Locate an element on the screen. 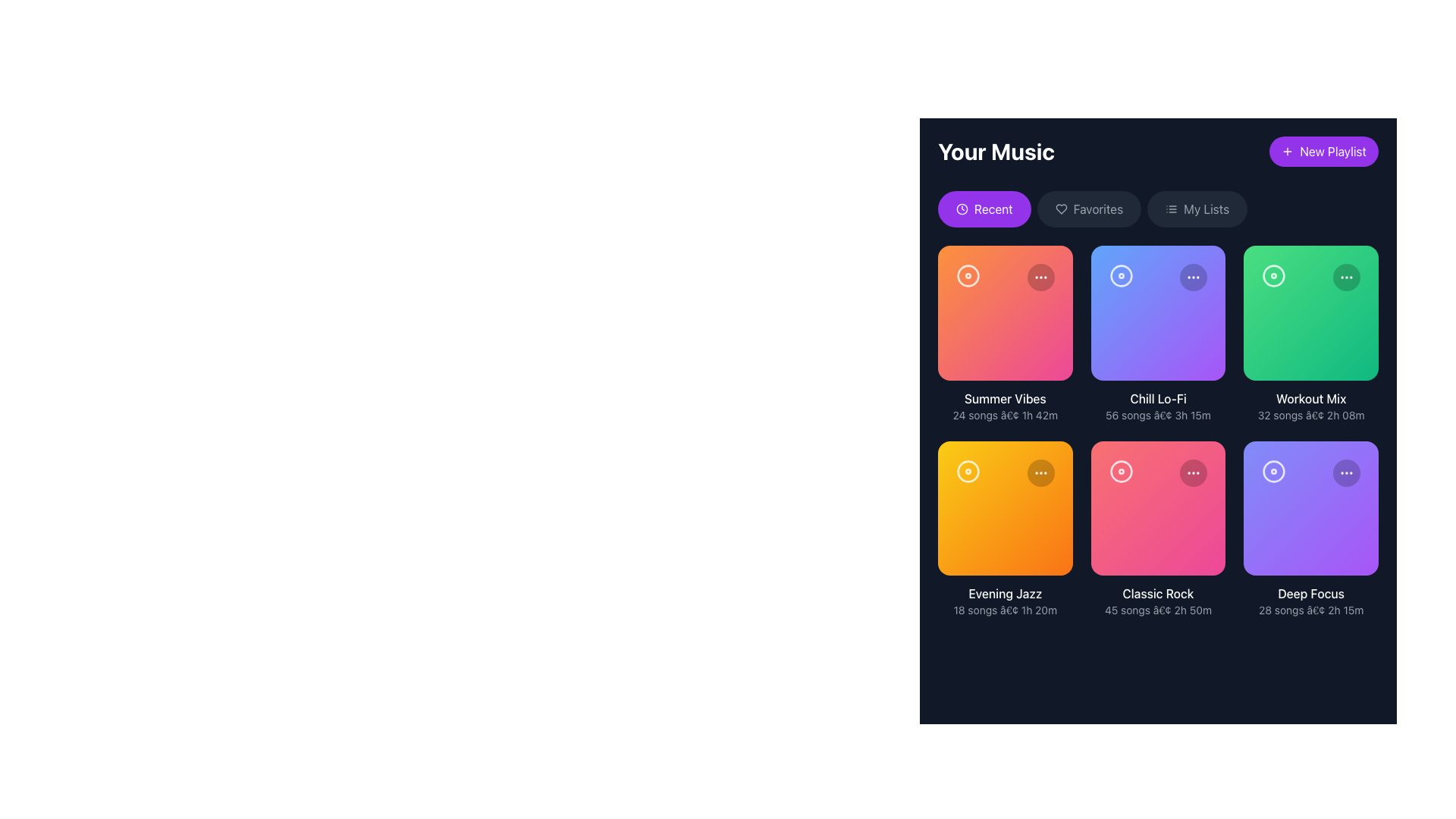  the text-based navigation link located third from the left in the horizontal list, which directs to the My Lists section is located at coordinates (1205, 209).